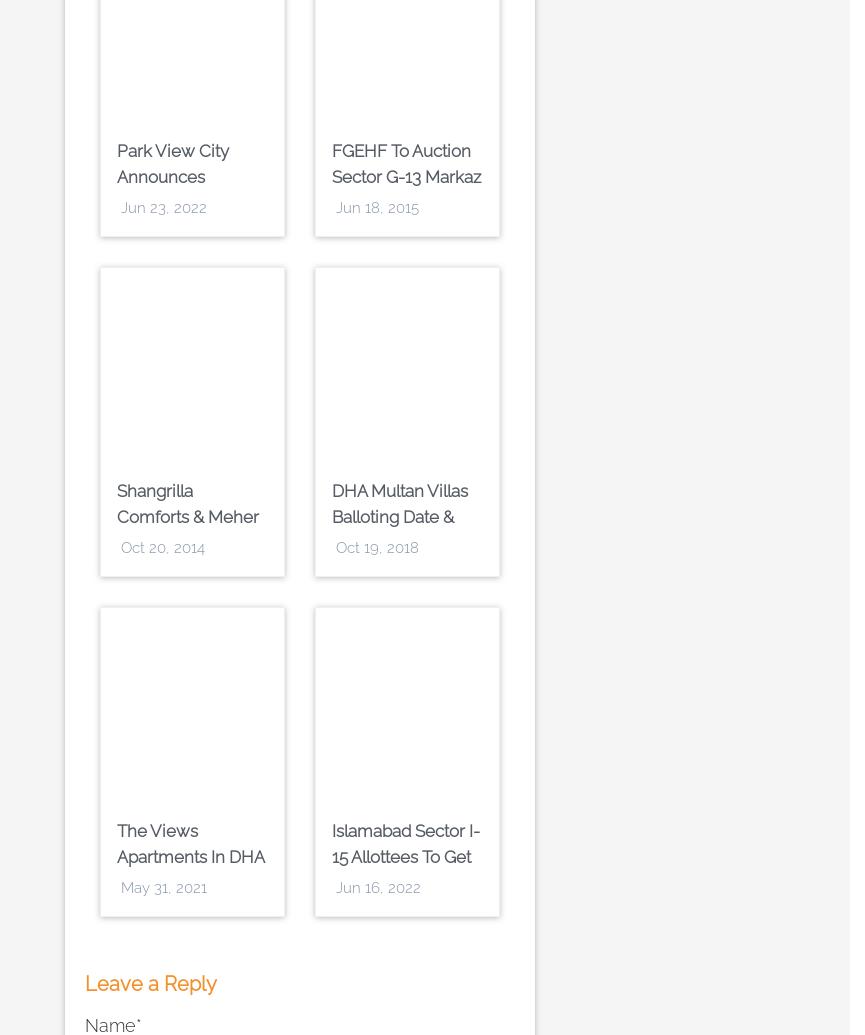 This screenshot has height=1035, width=865. What do you see at coordinates (406, 176) in the screenshot?
I see `'FGEHF to Auction Sector G-13 Markaz Commercial Plots'` at bounding box center [406, 176].